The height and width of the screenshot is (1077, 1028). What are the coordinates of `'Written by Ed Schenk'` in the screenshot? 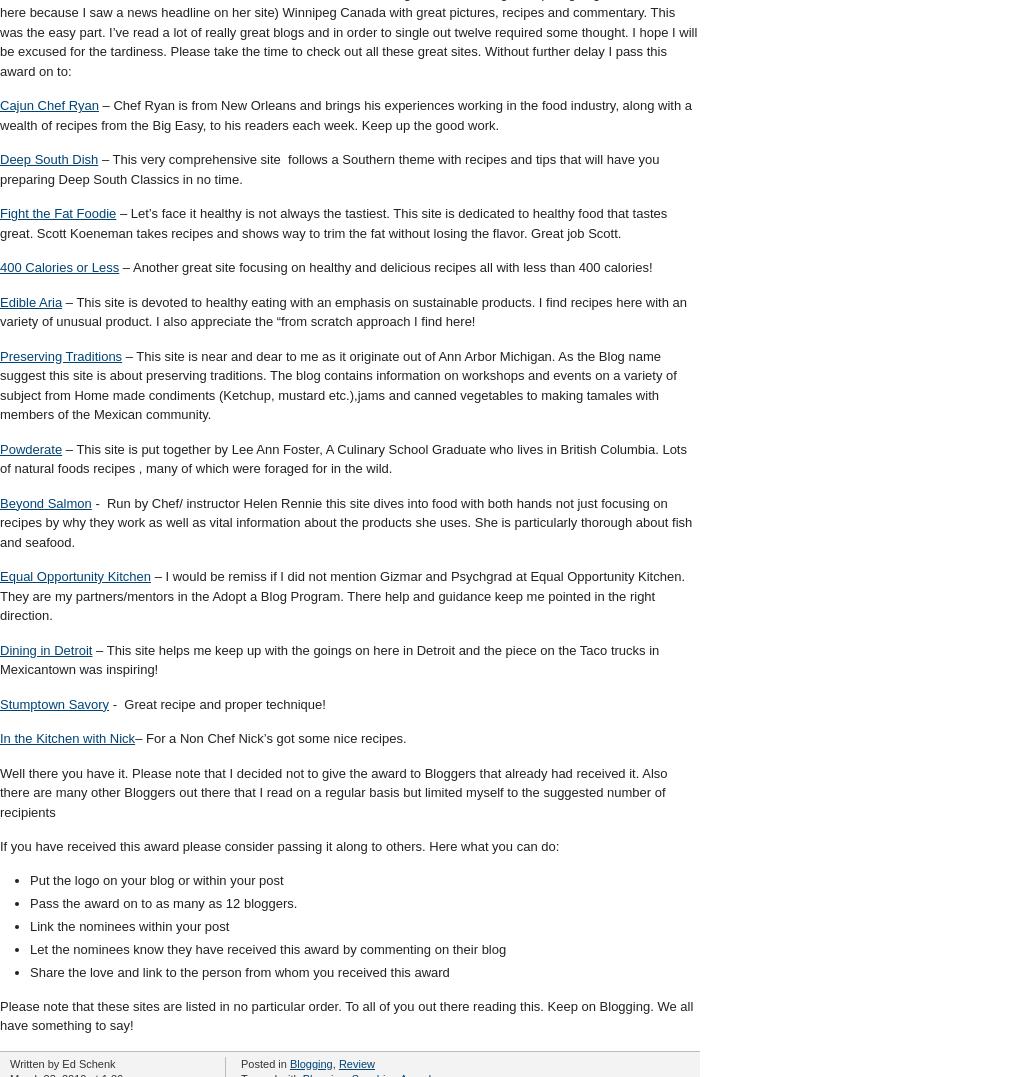 It's located at (9, 1062).